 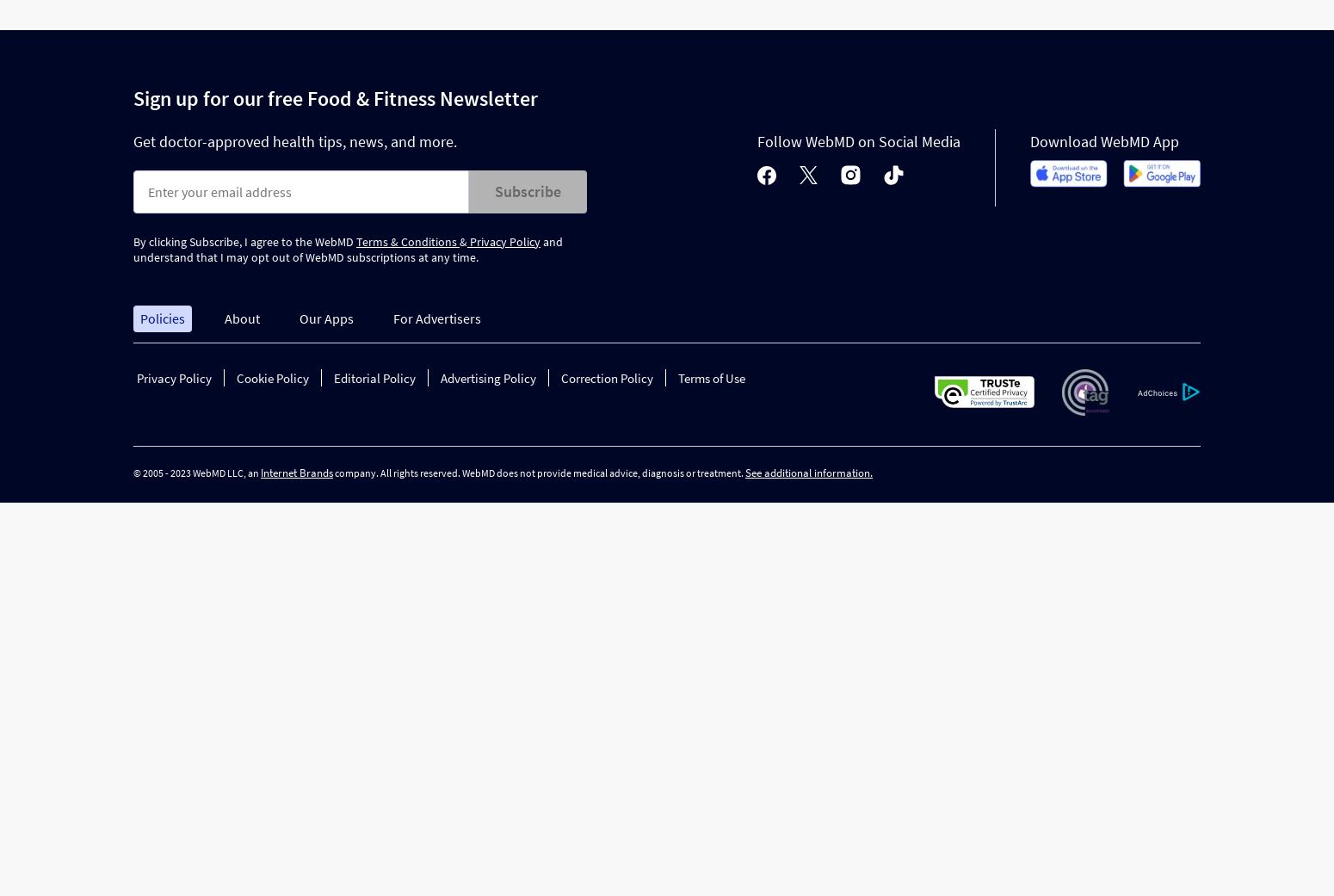 I want to click on '&', so click(x=458, y=240).